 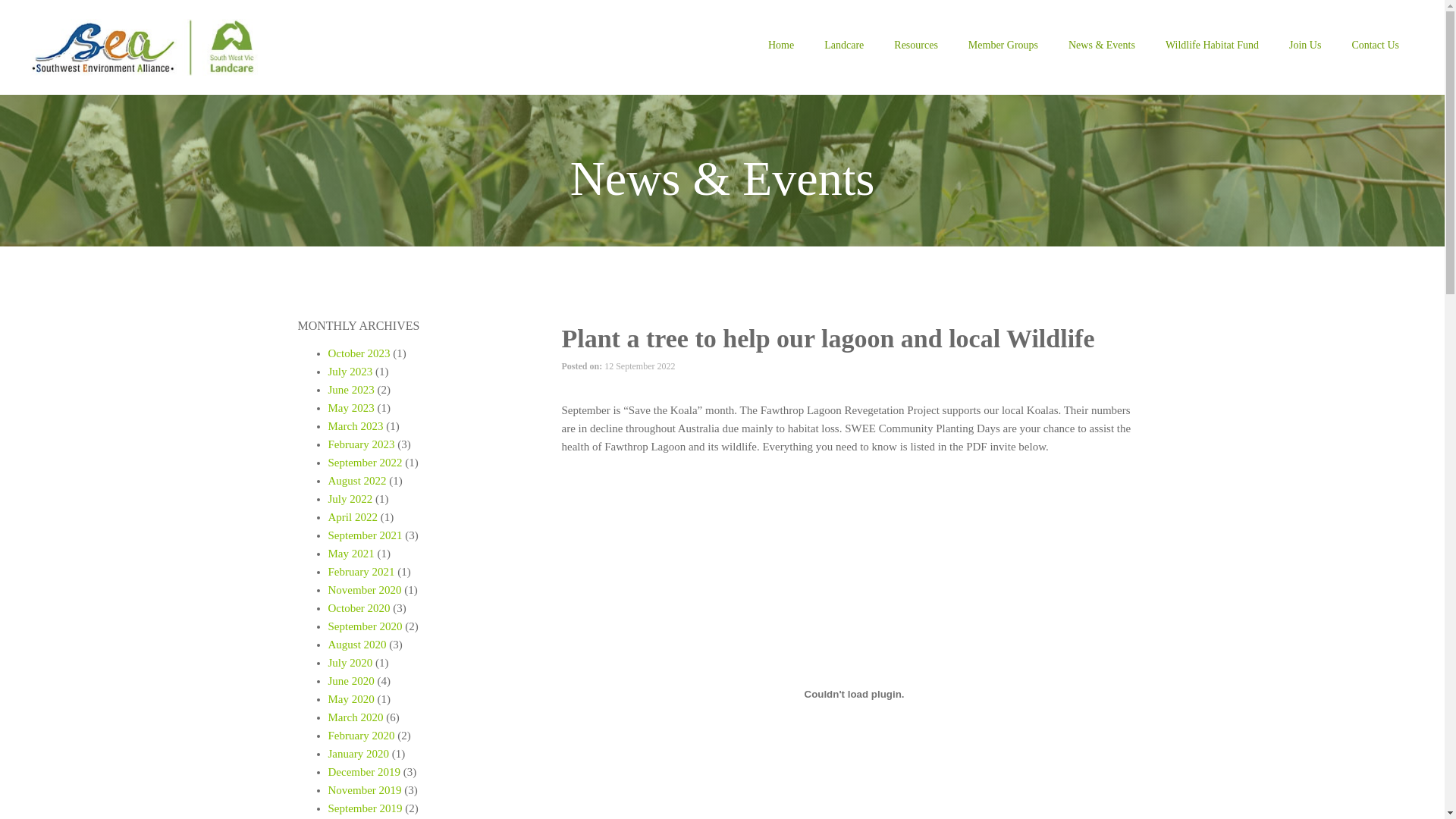 What do you see at coordinates (362, 772) in the screenshot?
I see `'December 2019'` at bounding box center [362, 772].